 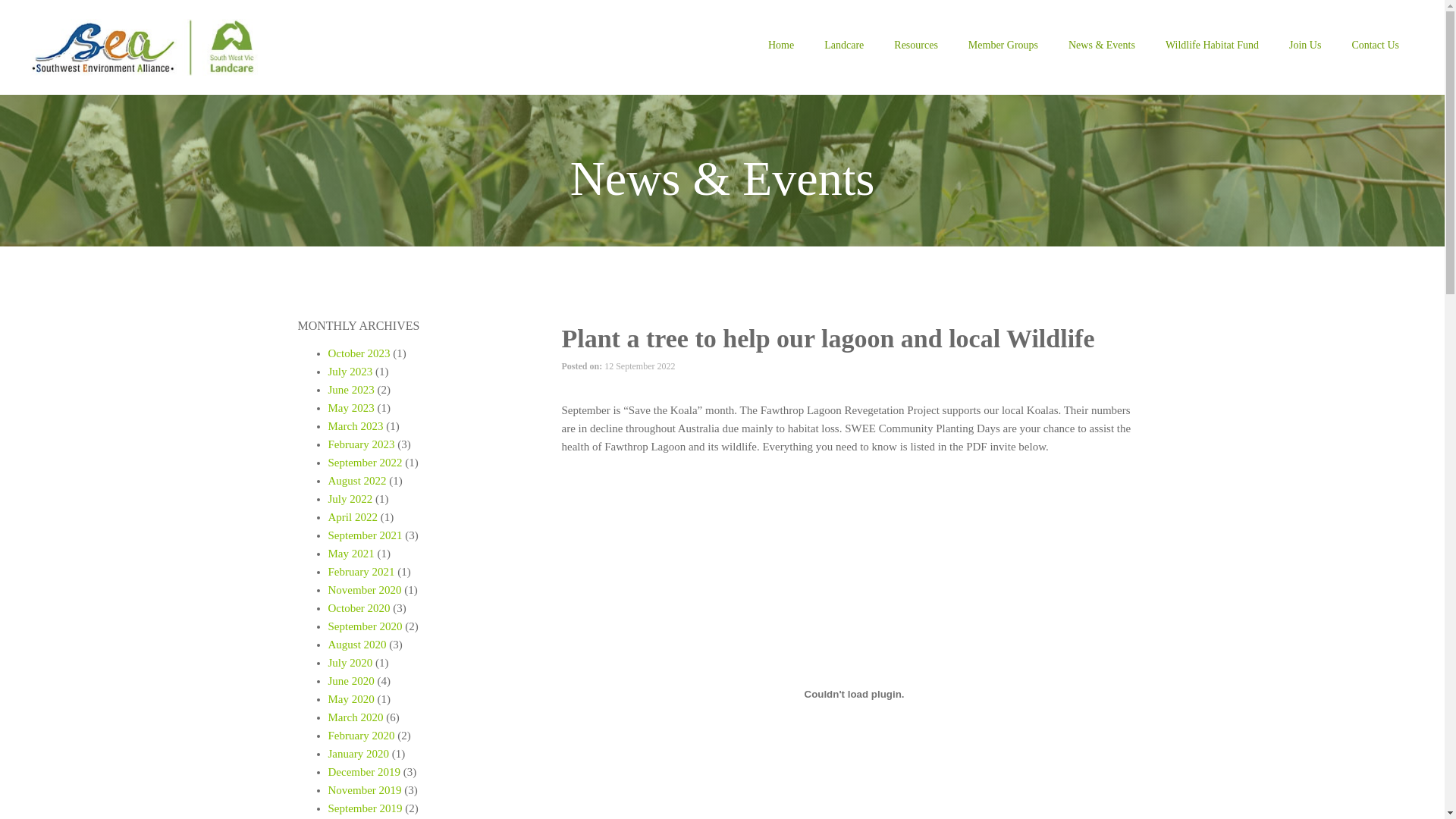 What do you see at coordinates (362, 772) in the screenshot?
I see `'December 2019'` at bounding box center [362, 772].